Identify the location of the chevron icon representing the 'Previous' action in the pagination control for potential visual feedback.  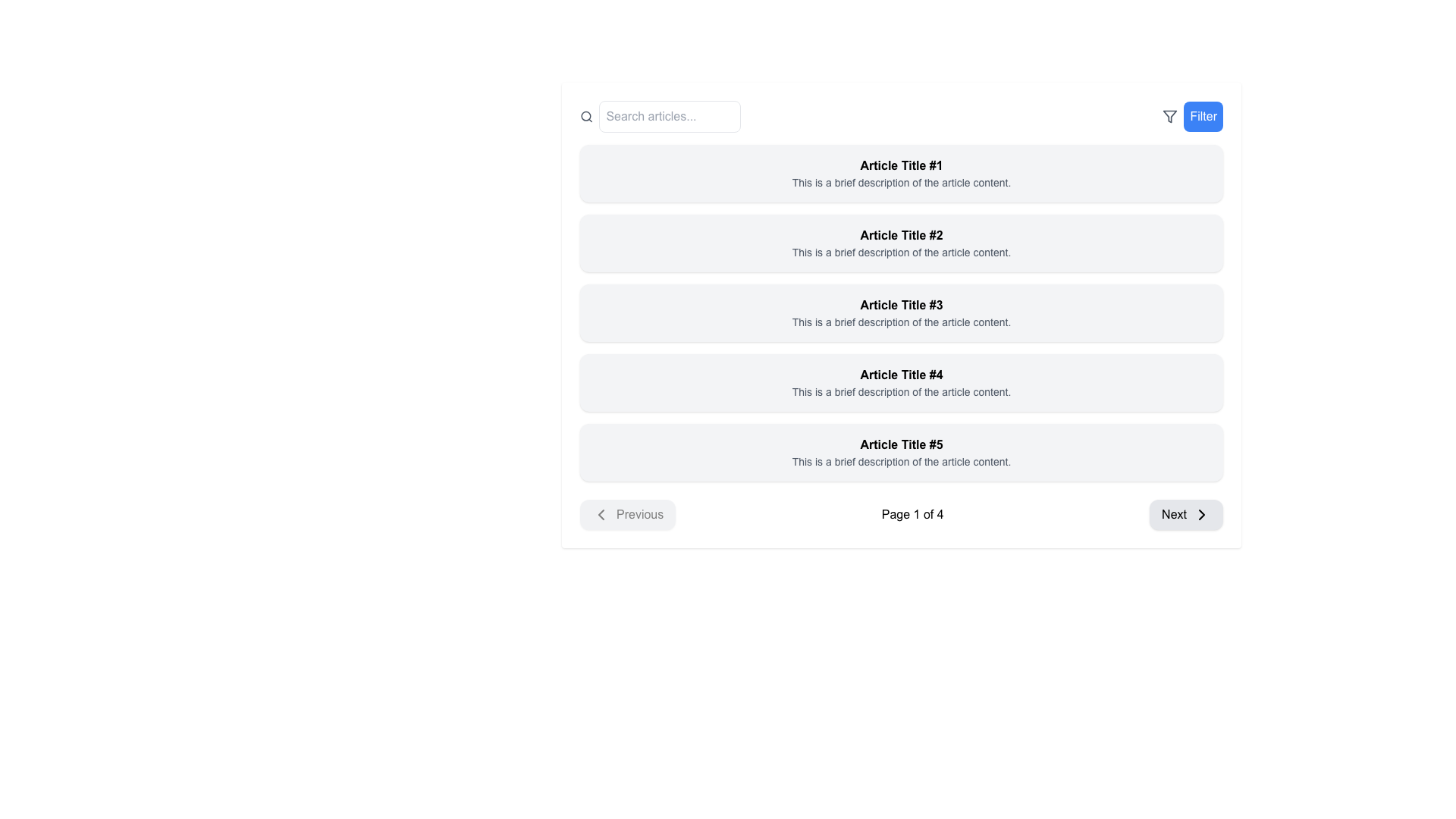
(600, 513).